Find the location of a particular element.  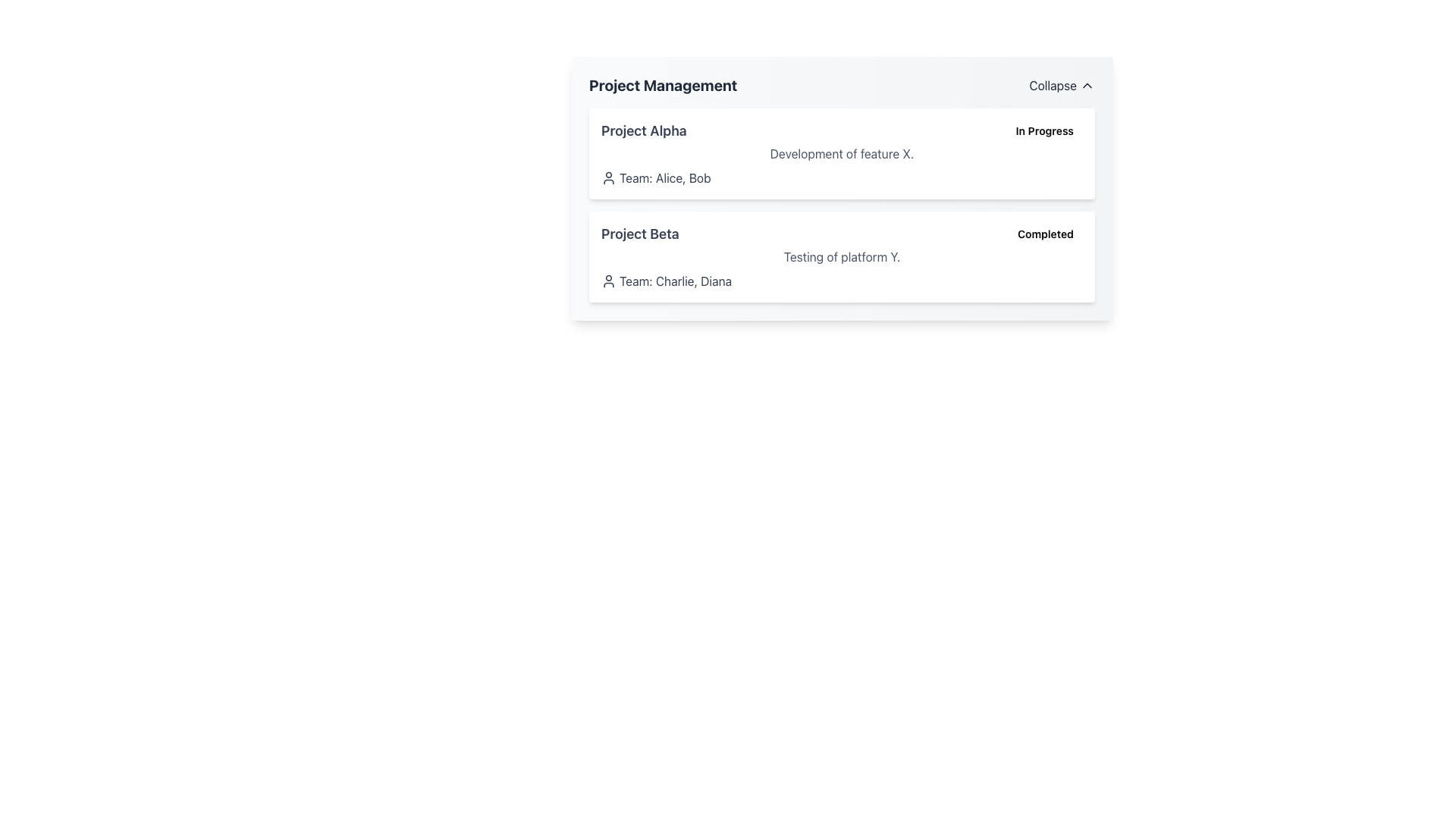

the 'Collapse' button located in the top-right corner of the 'Project Management' section is located at coordinates (1061, 85).